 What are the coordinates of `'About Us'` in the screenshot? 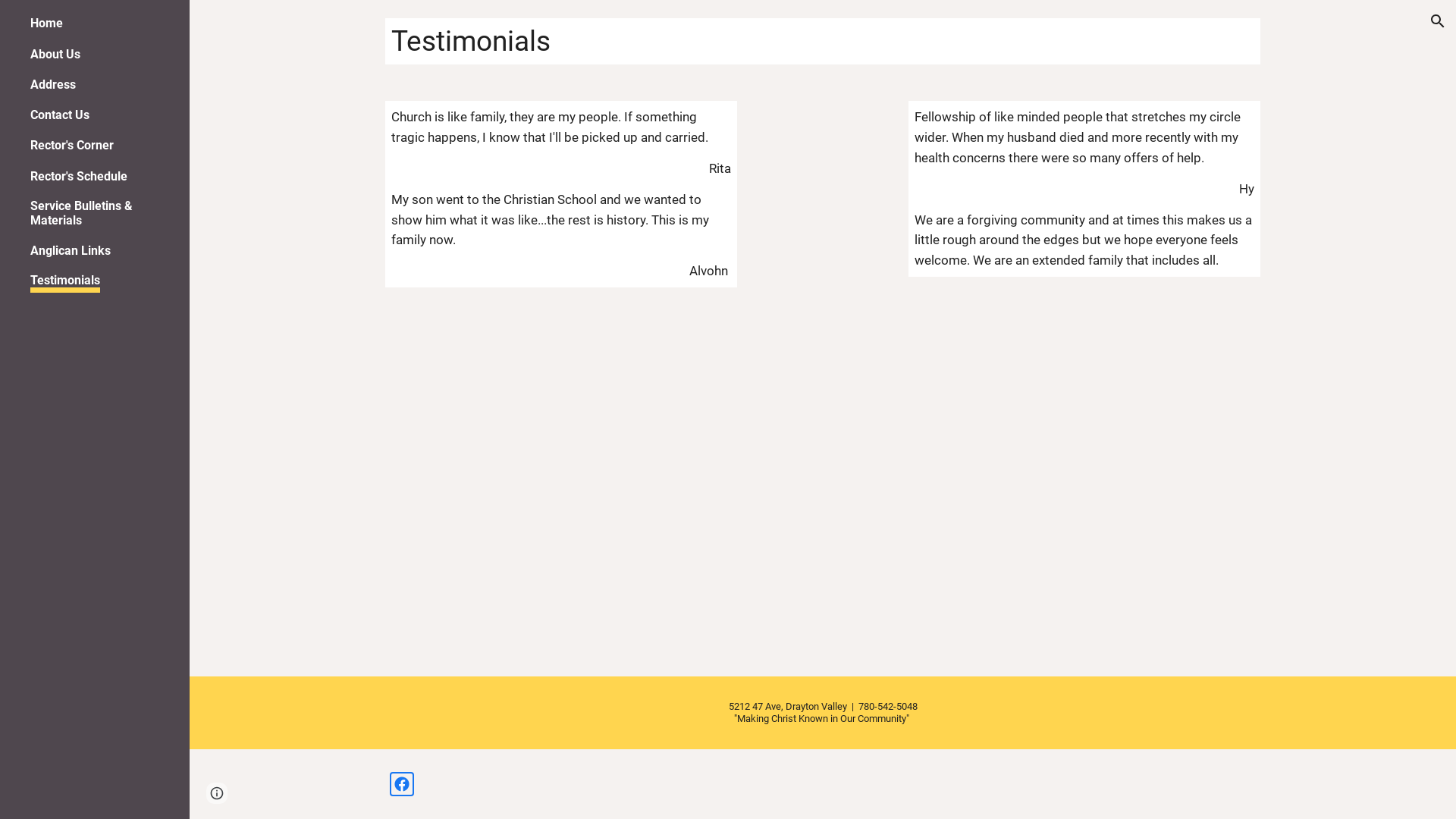 It's located at (55, 53).